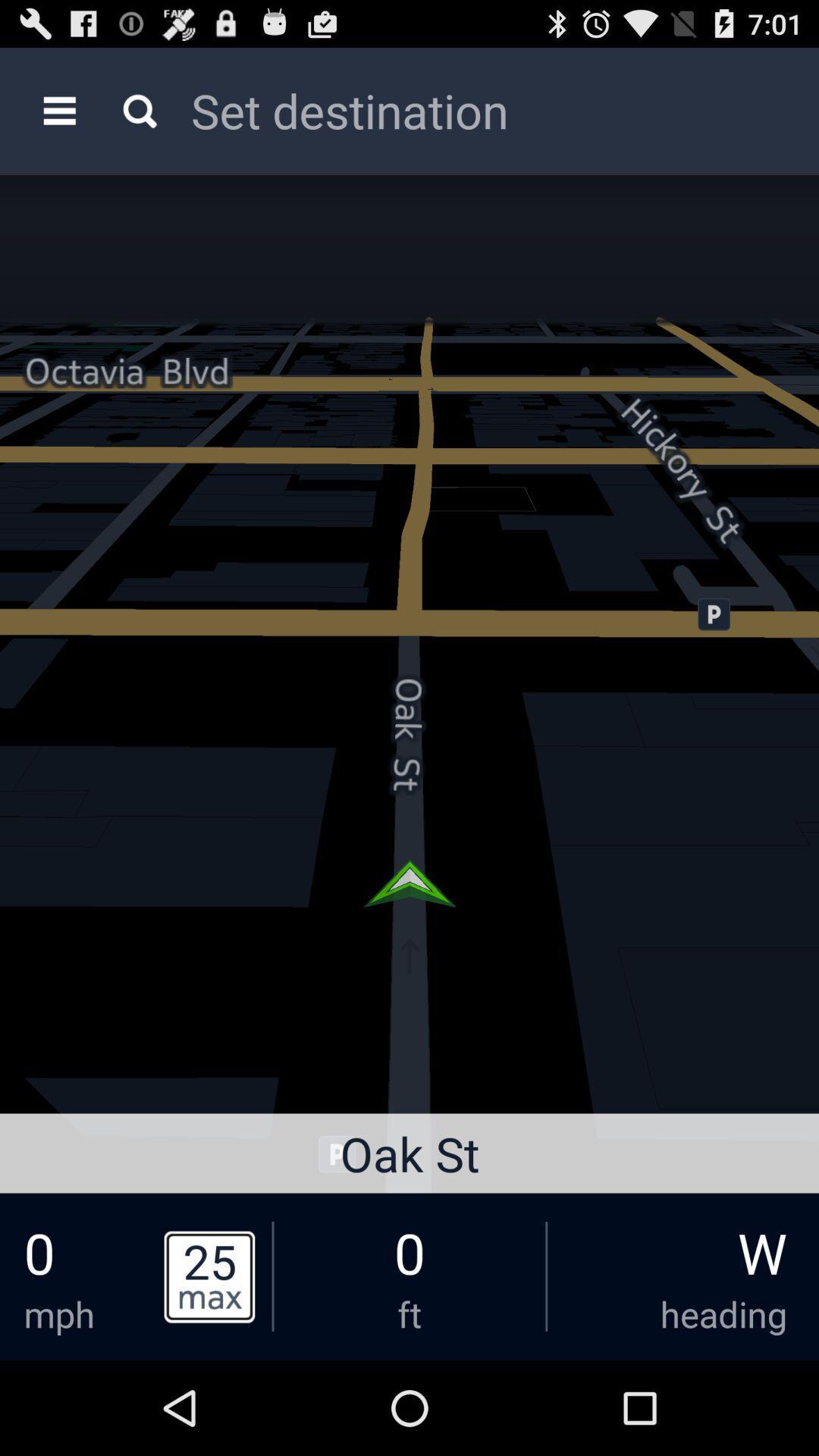  What do you see at coordinates (58, 117) in the screenshot?
I see `the menu icon` at bounding box center [58, 117].